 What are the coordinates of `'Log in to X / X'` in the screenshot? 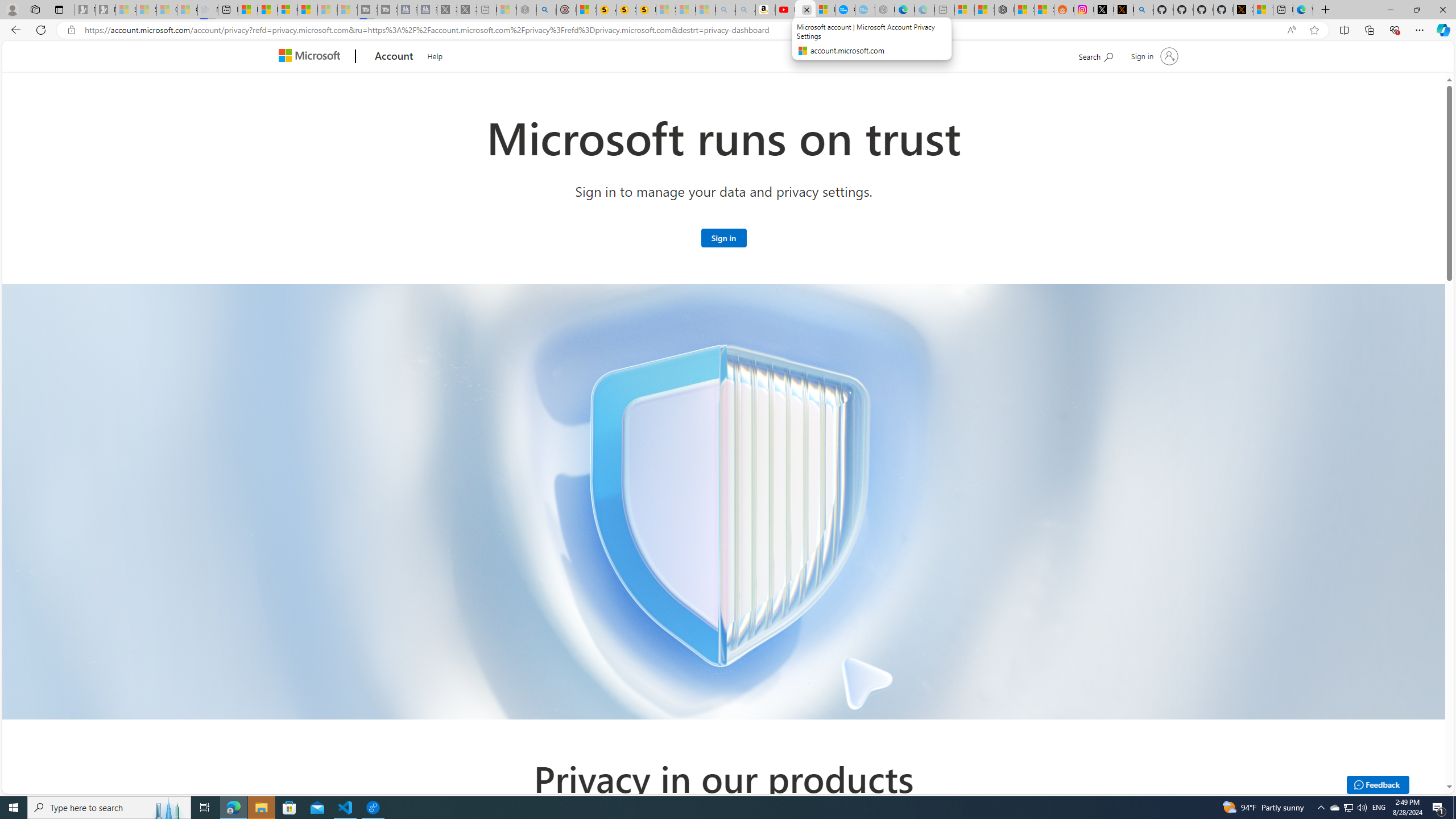 It's located at (1103, 9).